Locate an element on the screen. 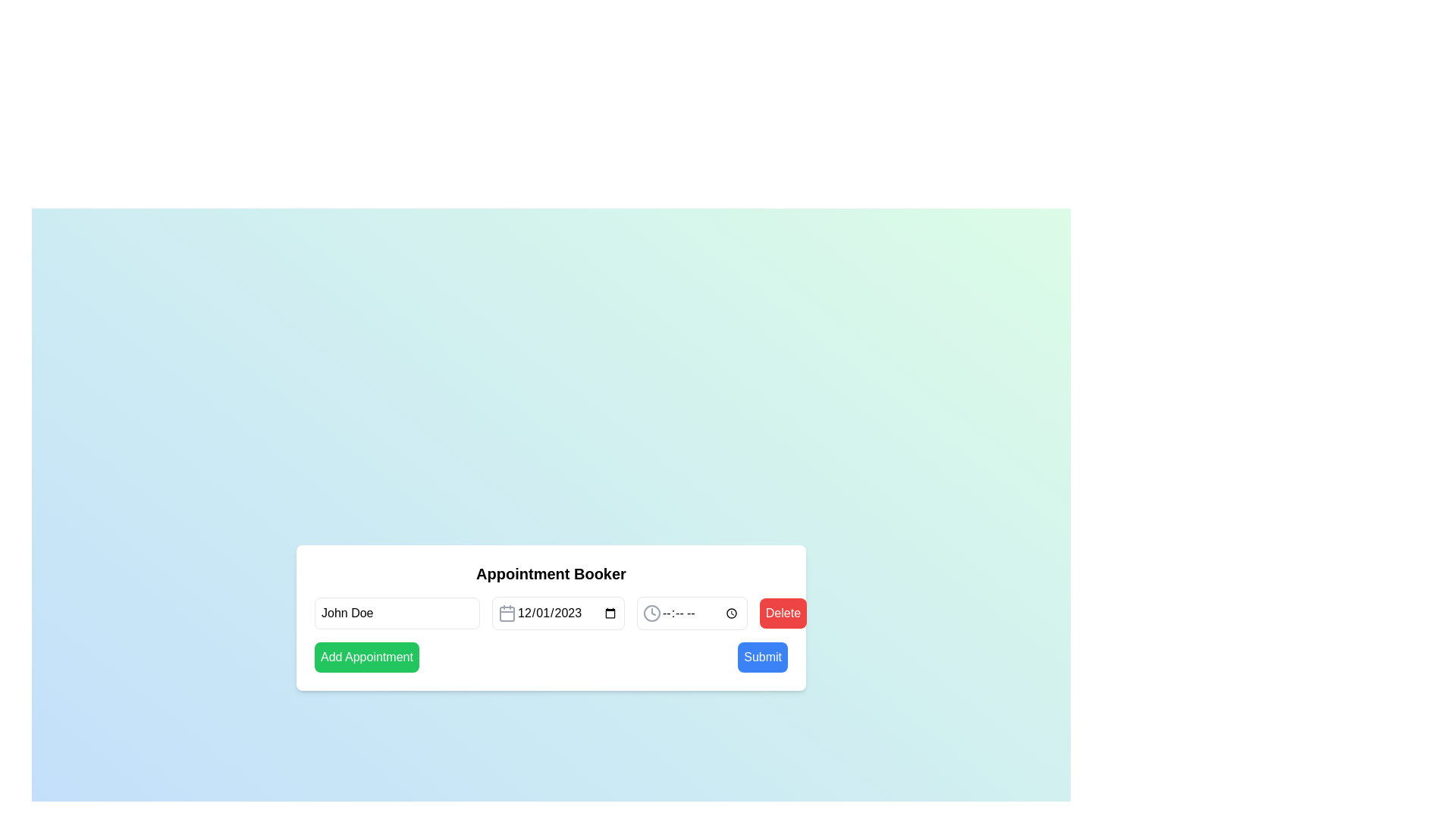  the Text header element located at the top of the white card in the appointment booking interface, which serves as a title or heading is located at coordinates (550, 573).